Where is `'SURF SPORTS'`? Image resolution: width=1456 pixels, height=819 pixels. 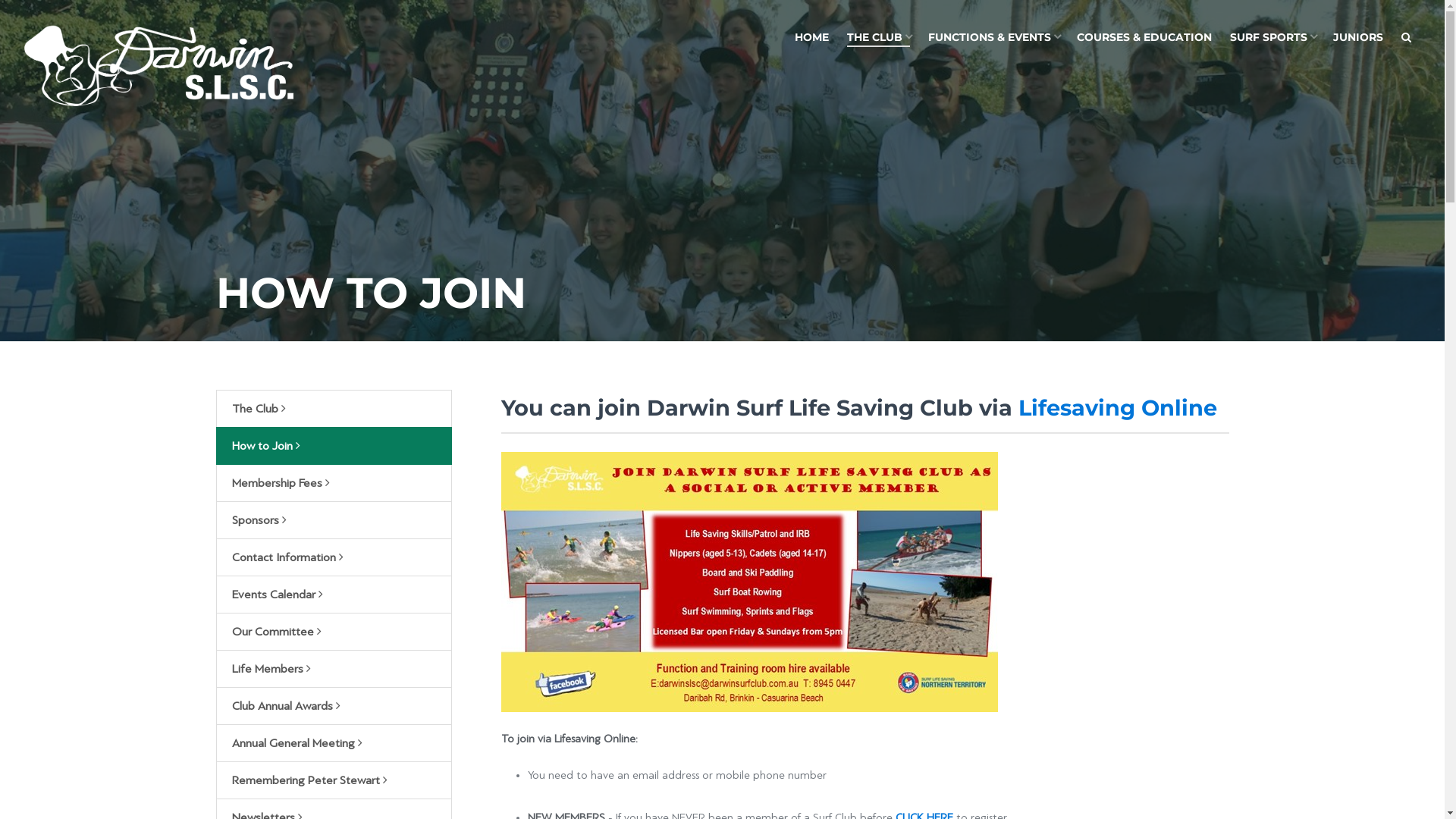 'SURF SPORTS' is located at coordinates (1272, 36).